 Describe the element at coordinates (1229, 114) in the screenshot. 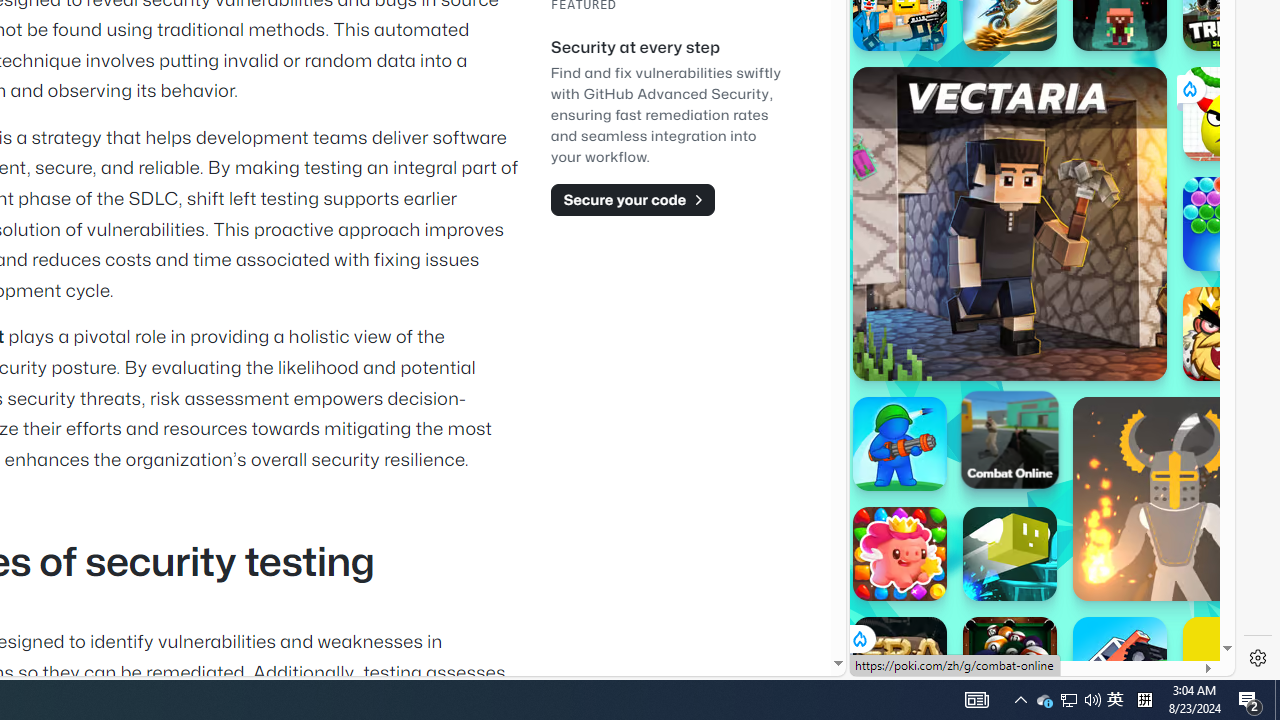

I see `'Draw To Smash: Logic Puzzle'` at that location.